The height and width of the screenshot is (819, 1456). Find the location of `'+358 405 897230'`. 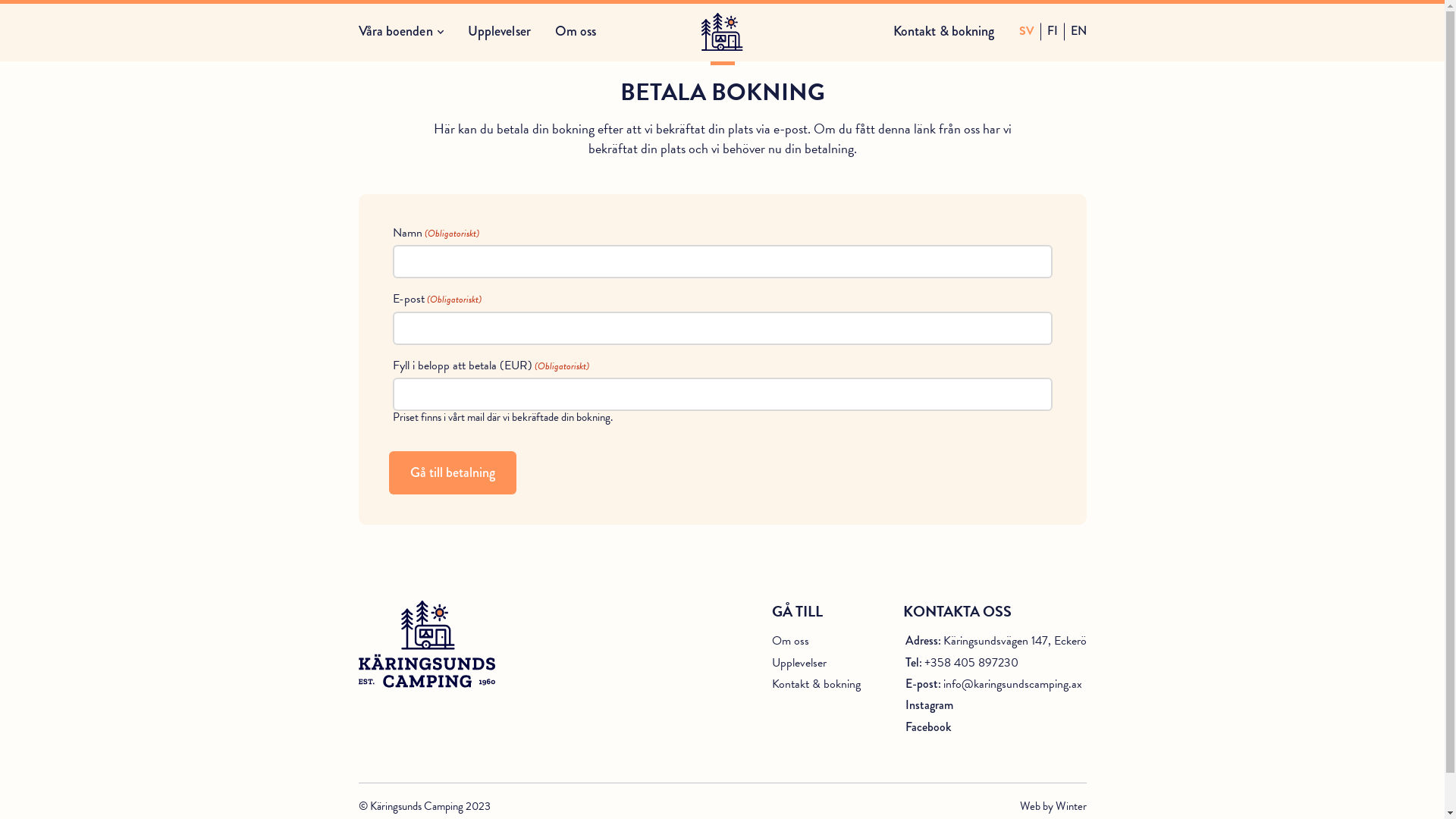

'+358 405 897230' is located at coordinates (971, 662).